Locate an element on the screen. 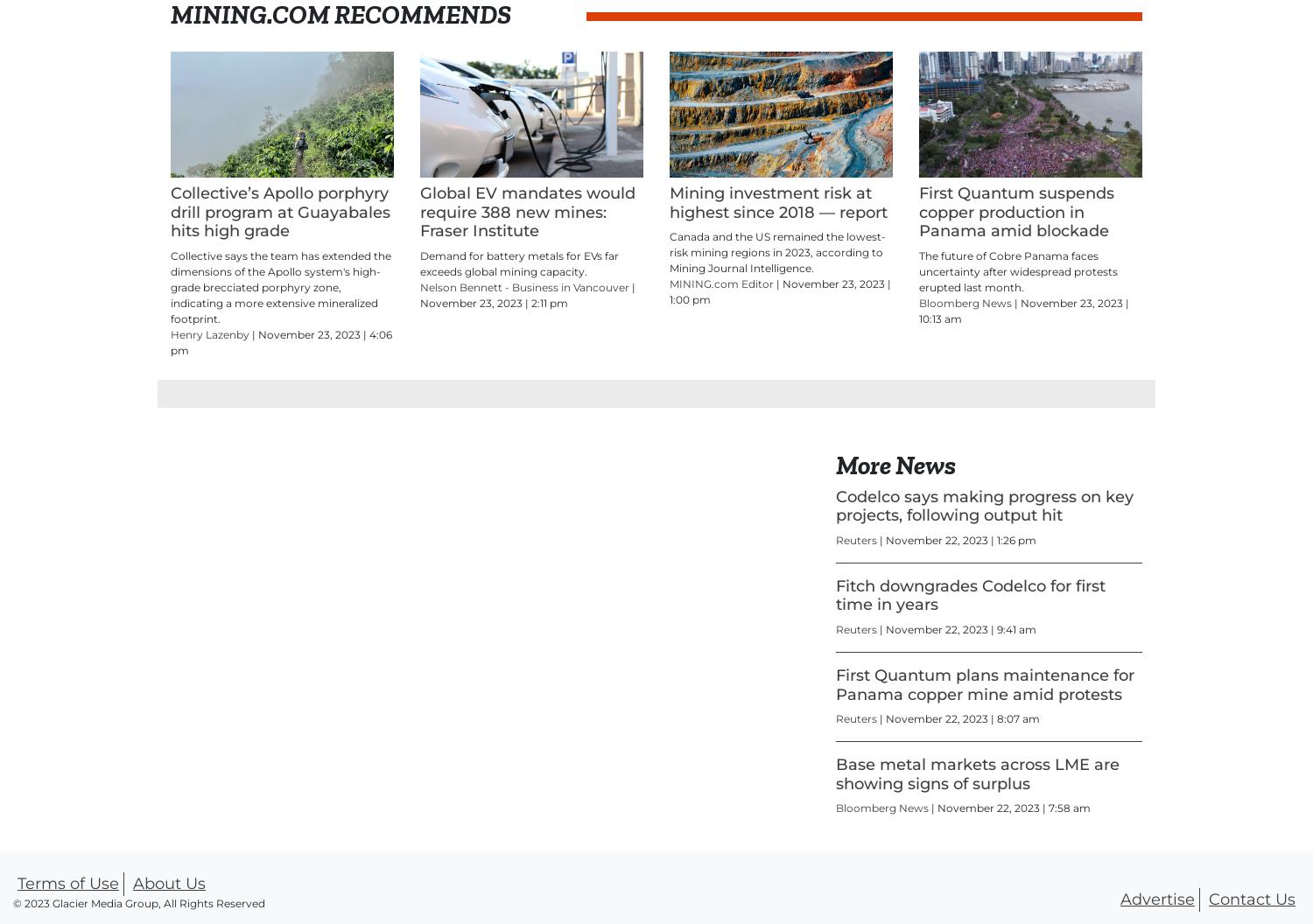 Image resolution: width=1313 pixels, height=924 pixels. 'Terms of Use' is located at coordinates (67, 882).